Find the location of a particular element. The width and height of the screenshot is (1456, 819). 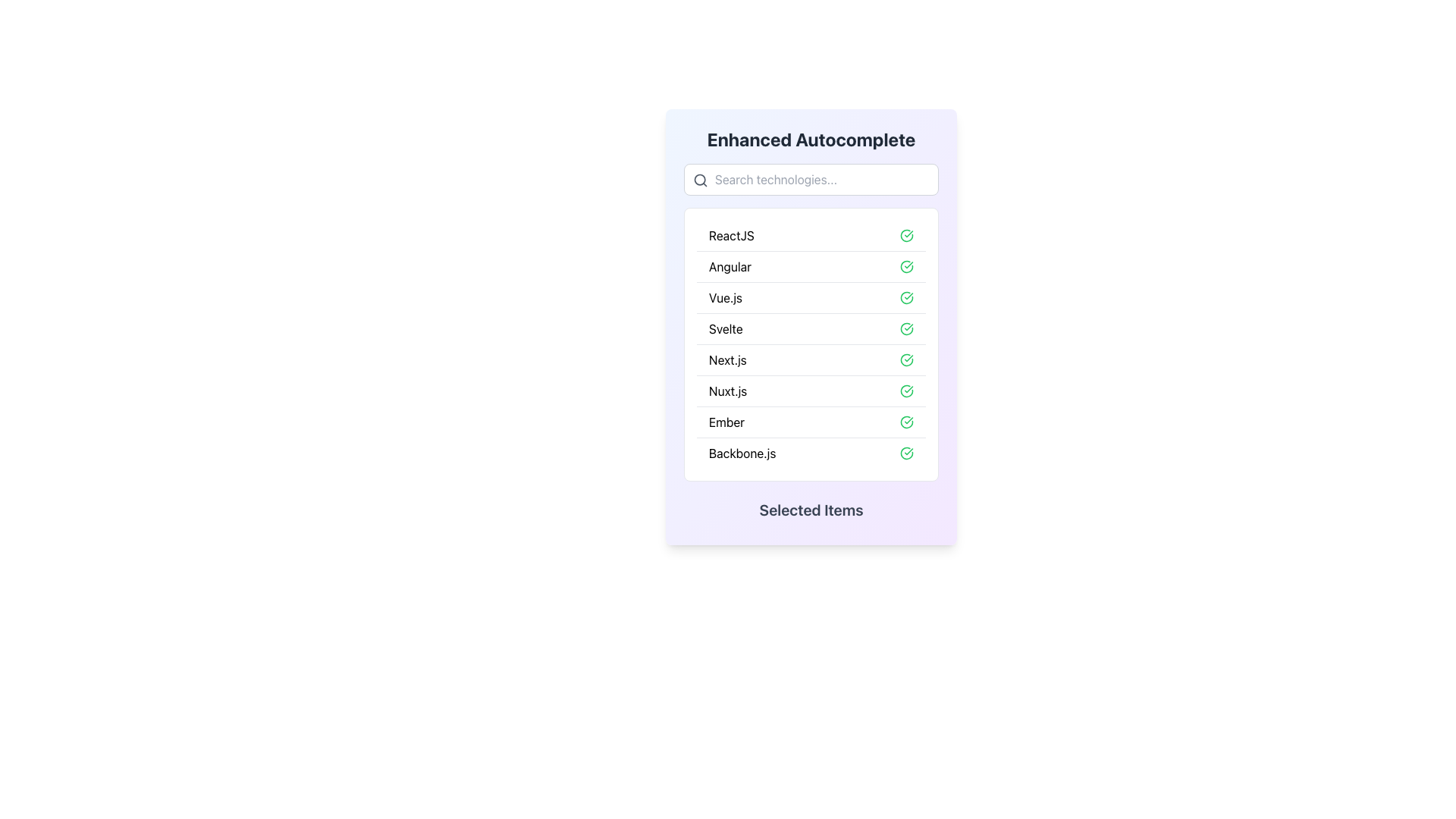

the 'Angular' text label, which is the second item in the list is located at coordinates (730, 265).